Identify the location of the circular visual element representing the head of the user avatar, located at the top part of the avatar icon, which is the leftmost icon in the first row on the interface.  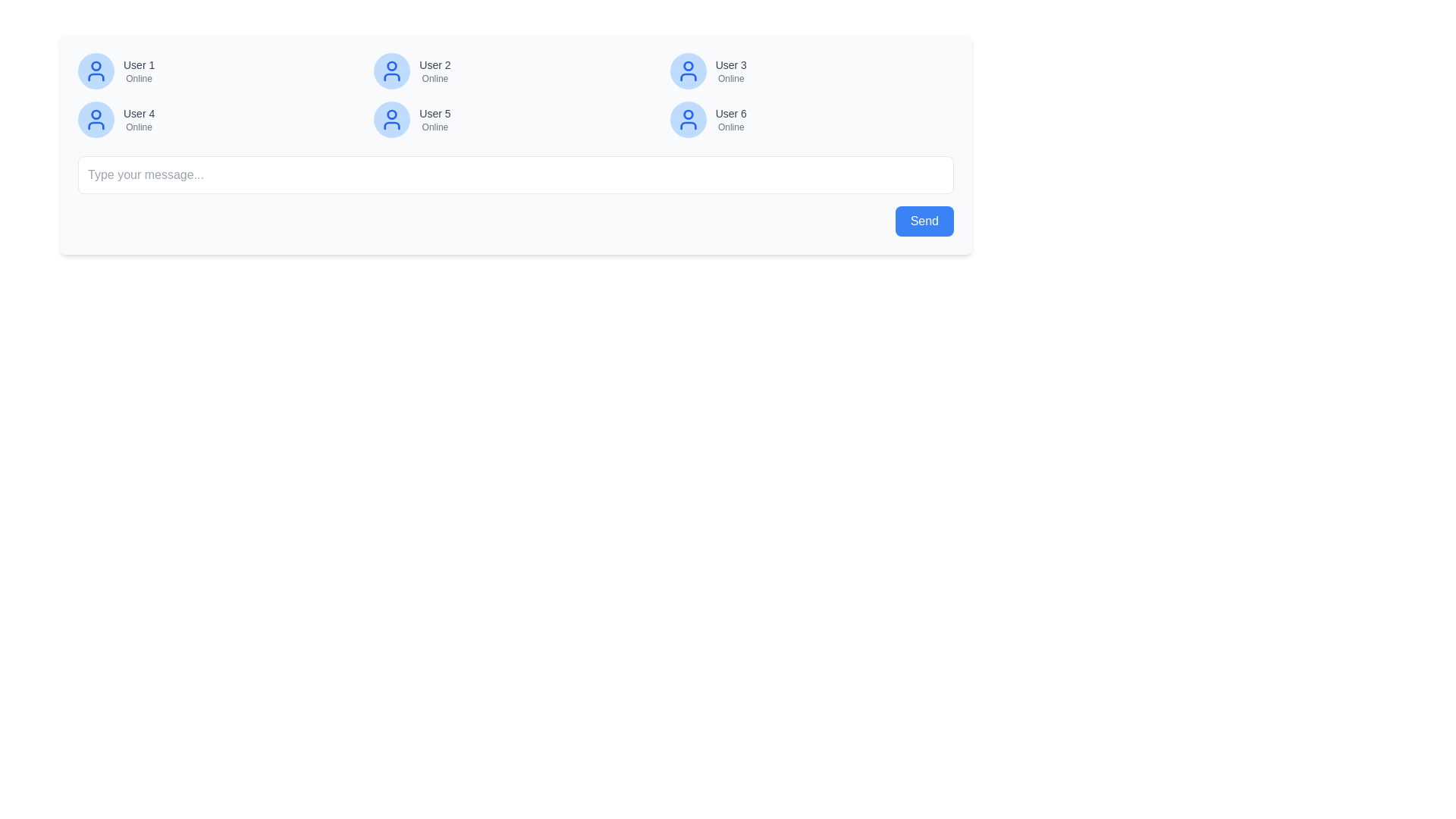
(95, 65).